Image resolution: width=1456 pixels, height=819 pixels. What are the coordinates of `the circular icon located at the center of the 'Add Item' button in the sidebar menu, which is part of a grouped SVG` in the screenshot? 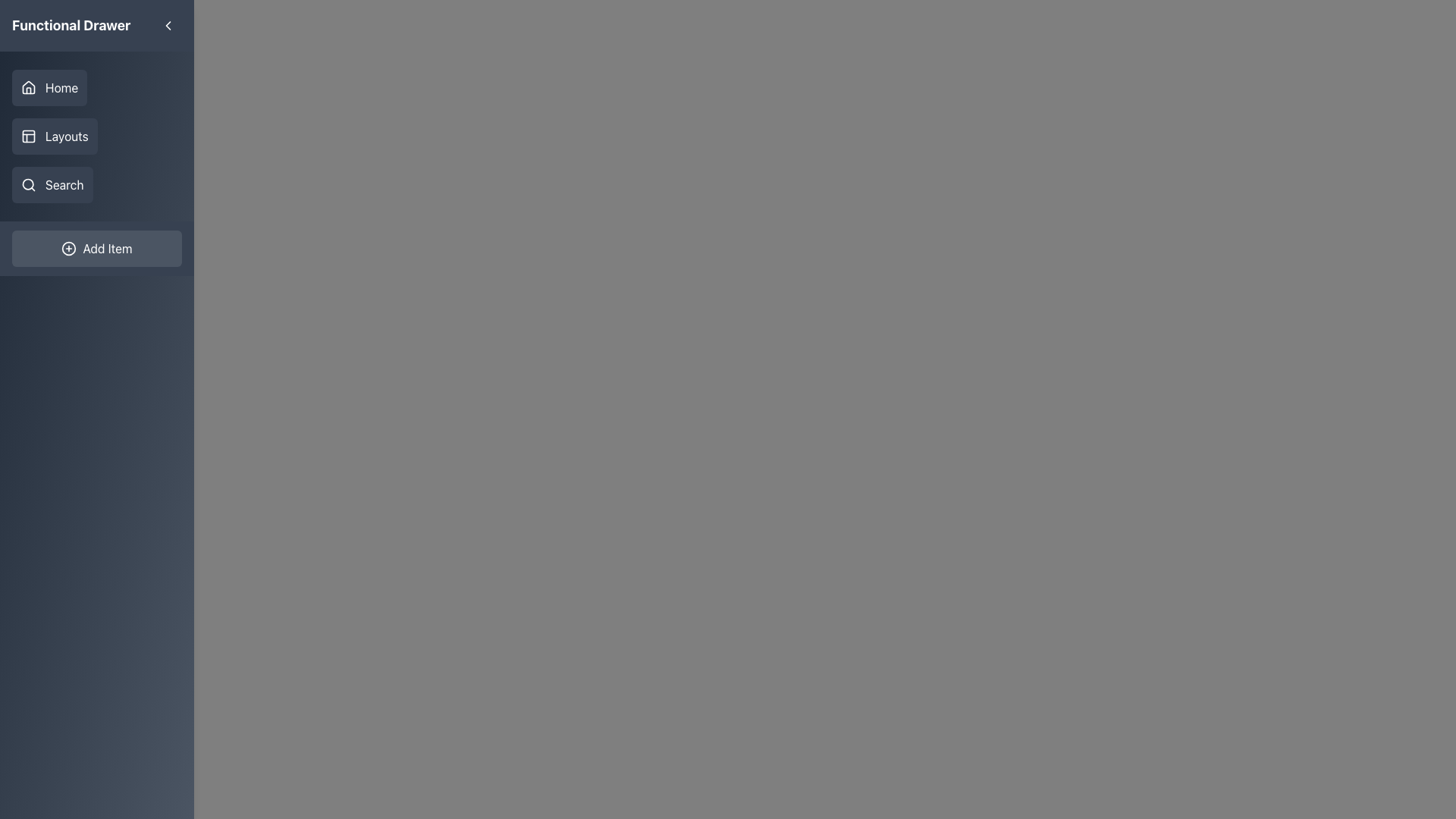 It's located at (68, 247).